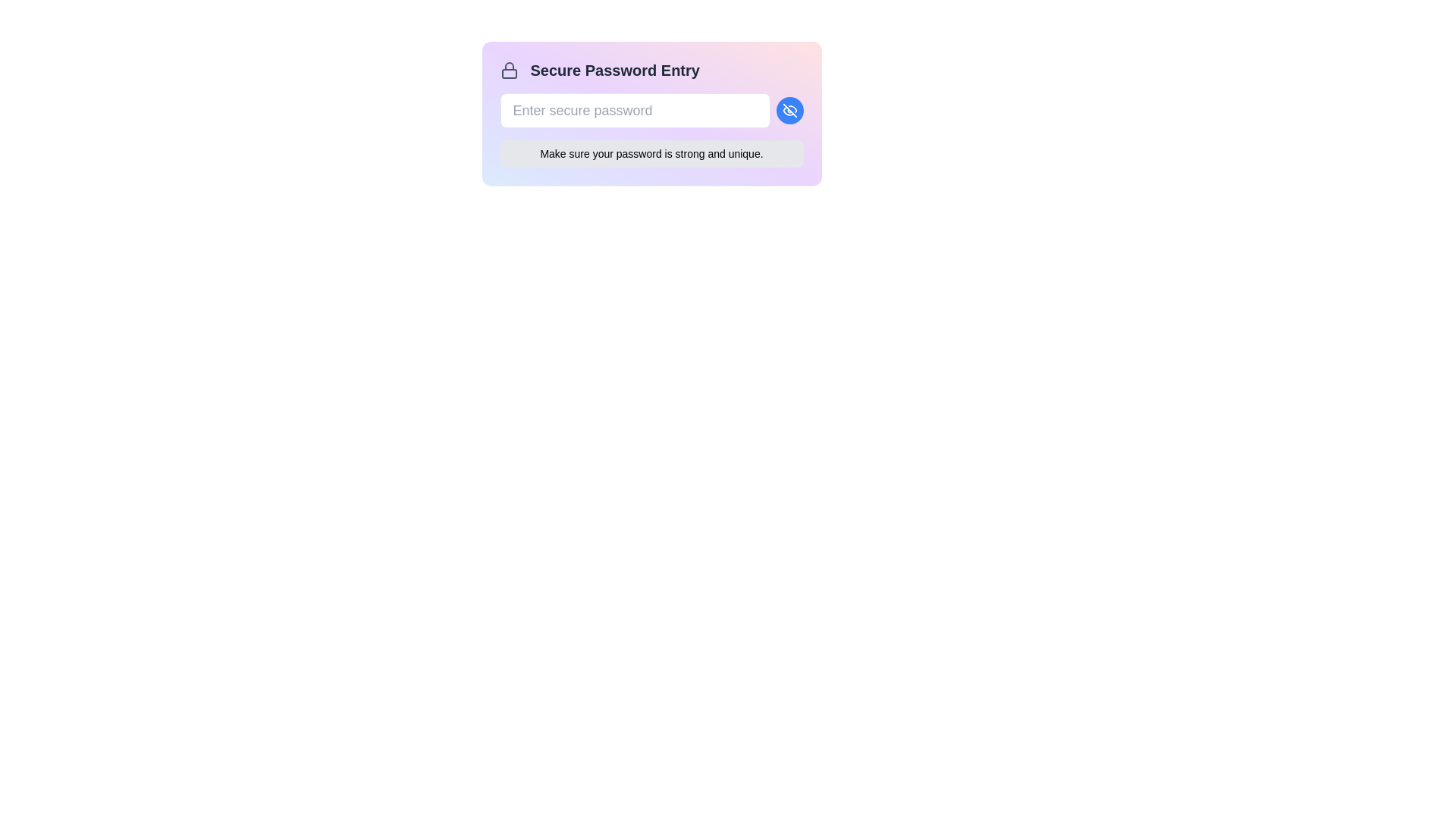 The width and height of the screenshot is (1456, 819). What do you see at coordinates (651, 154) in the screenshot?
I see `the static text element that provides guidance for creating a secure and unique password, located near the bottom of the secure password entry module` at bounding box center [651, 154].